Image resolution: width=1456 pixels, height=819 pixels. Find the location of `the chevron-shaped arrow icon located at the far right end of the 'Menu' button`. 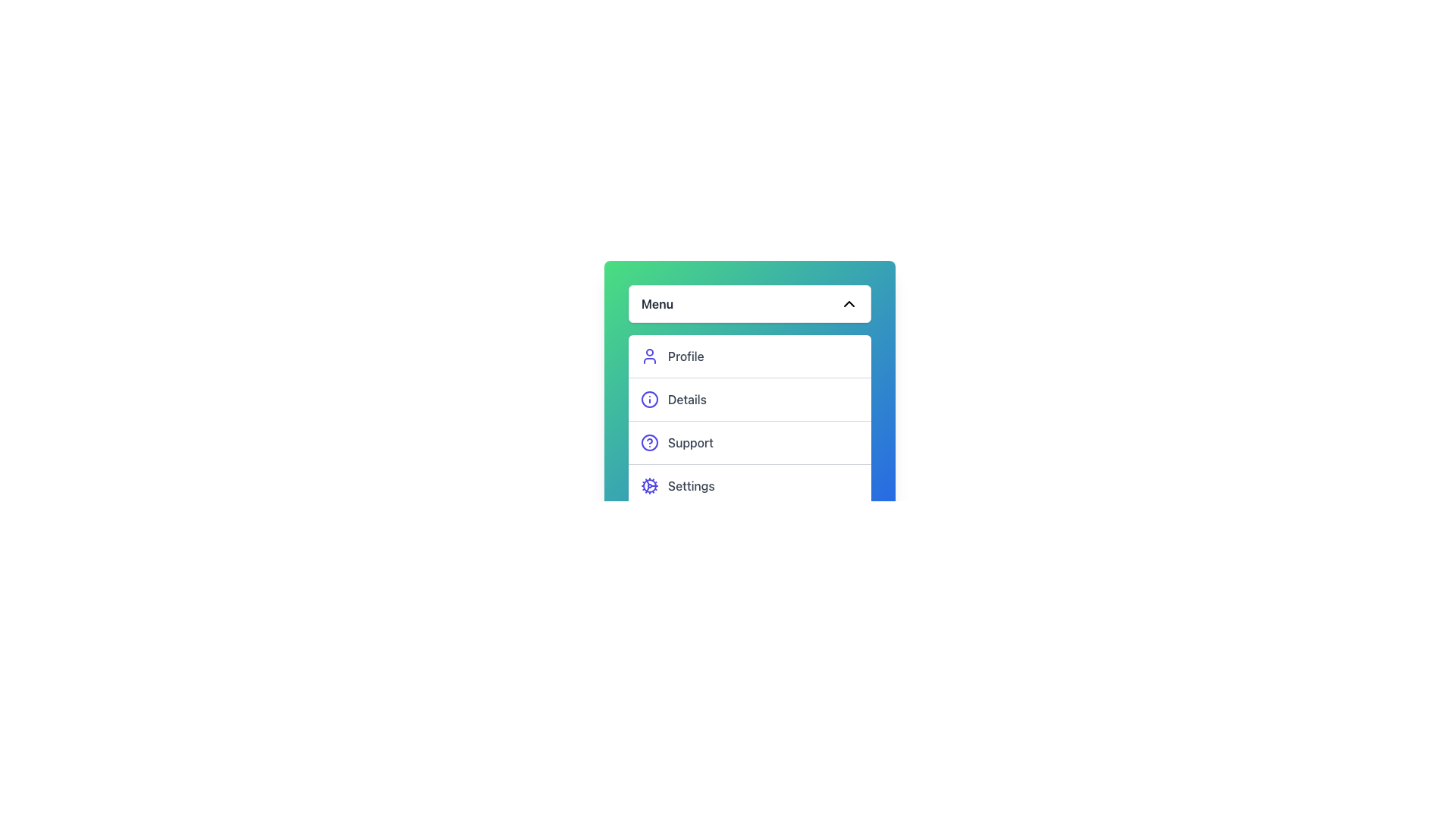

the chevron-shaped arrow icon located at the far right end of the 'Menu' button is located at coordinates (848, 304).